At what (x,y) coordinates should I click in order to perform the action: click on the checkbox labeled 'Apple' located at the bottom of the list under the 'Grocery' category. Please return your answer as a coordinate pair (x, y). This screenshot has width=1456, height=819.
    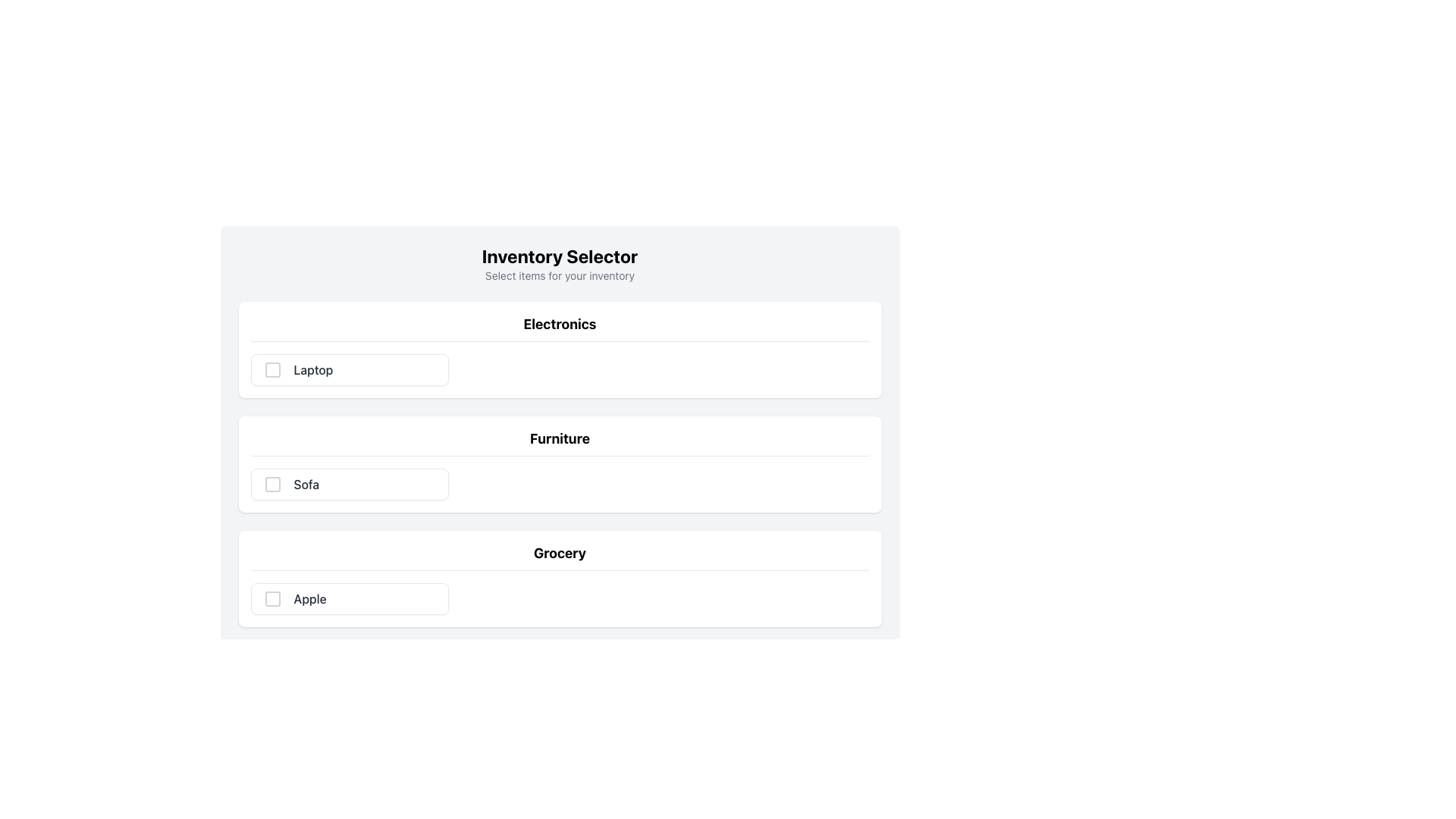
    Looking at the image, I should click on (349, 598).